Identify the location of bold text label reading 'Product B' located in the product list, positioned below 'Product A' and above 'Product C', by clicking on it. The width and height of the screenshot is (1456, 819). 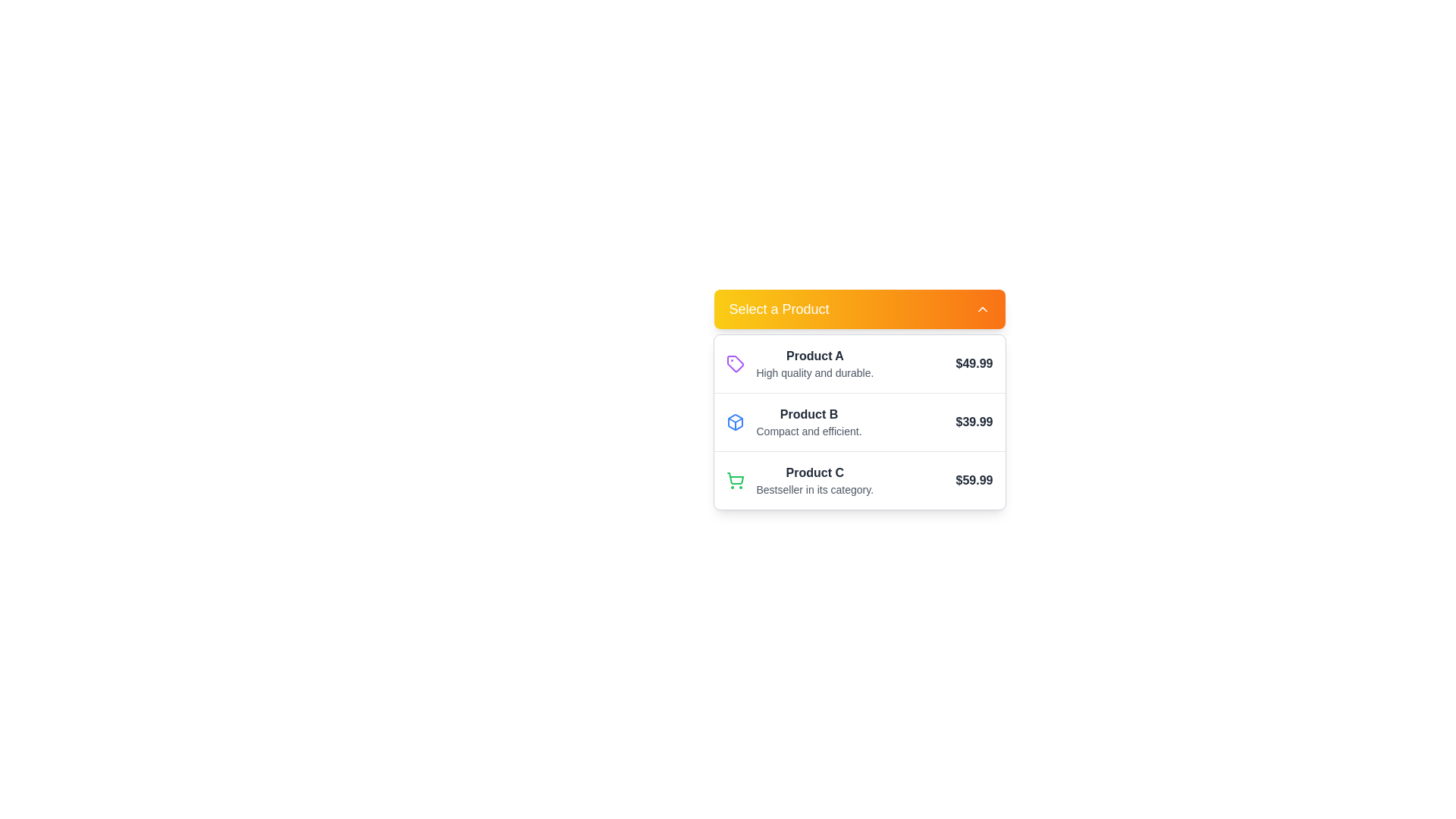
(808, 415).